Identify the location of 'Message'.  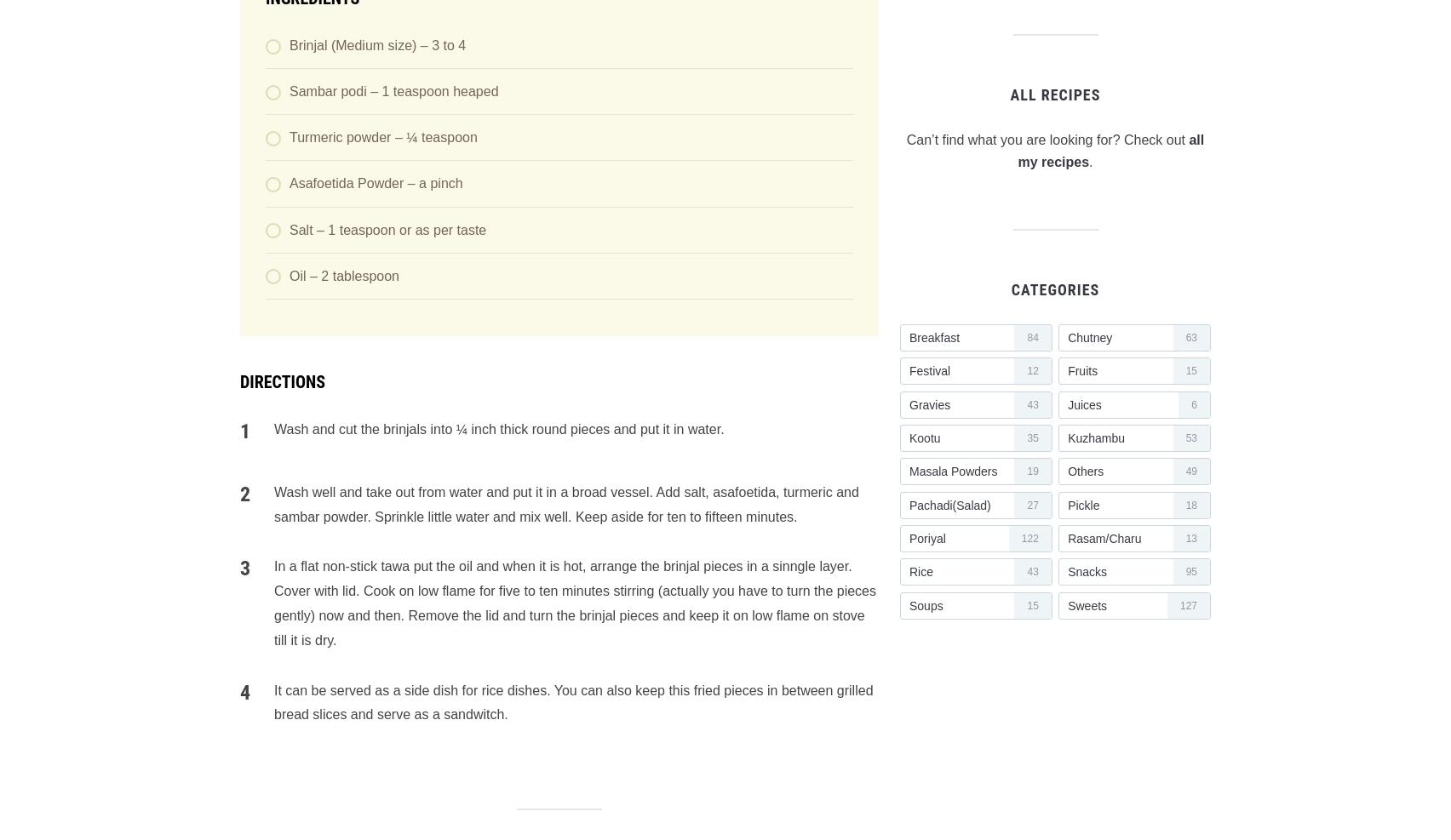
(266, 149).